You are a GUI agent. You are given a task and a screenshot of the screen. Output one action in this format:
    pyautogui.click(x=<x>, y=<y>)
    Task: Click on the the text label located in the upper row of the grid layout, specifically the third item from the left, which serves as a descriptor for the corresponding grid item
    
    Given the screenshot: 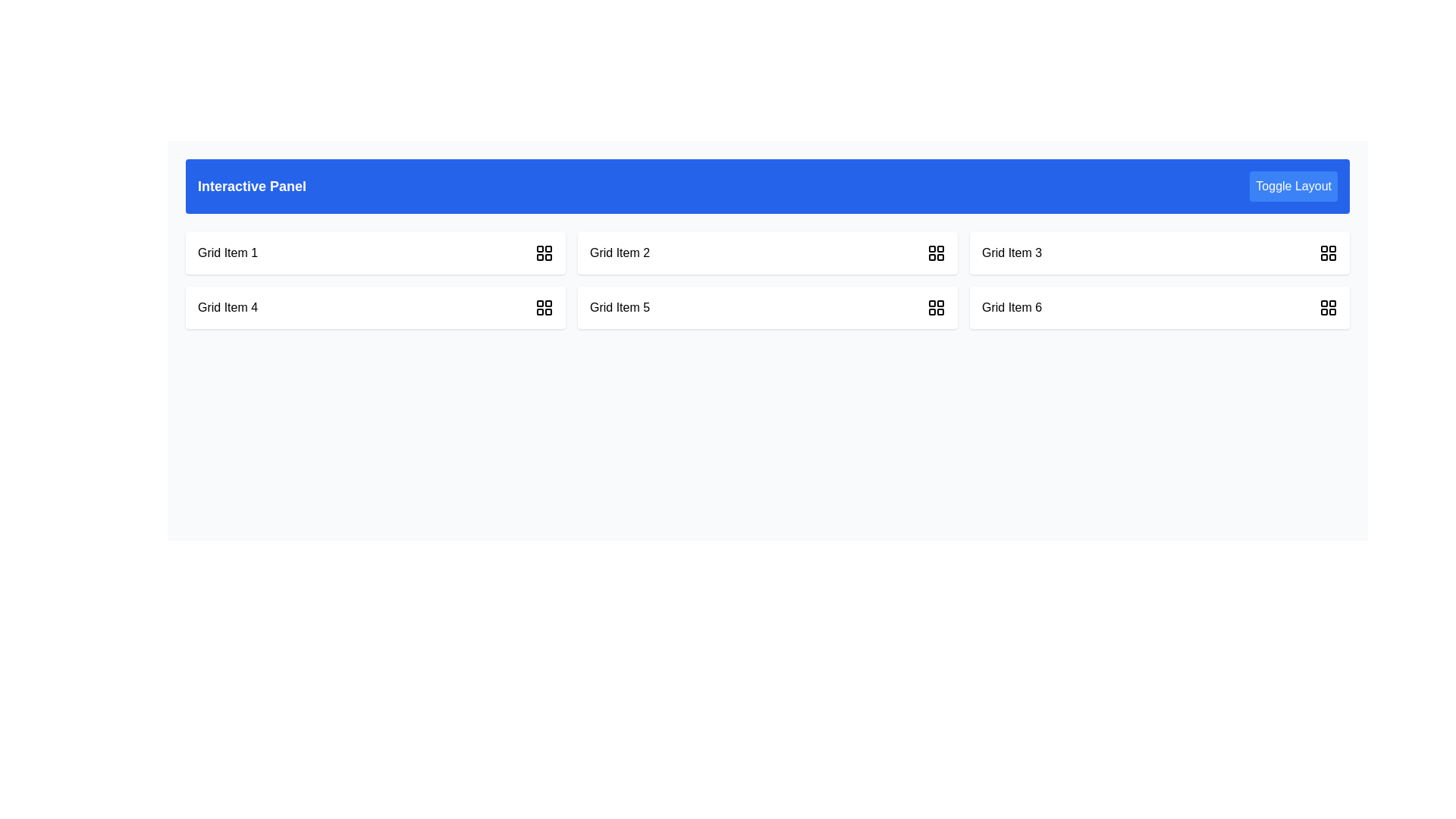 What is the action you would take?
    pyautogui.click(x=1012, y=253)
    